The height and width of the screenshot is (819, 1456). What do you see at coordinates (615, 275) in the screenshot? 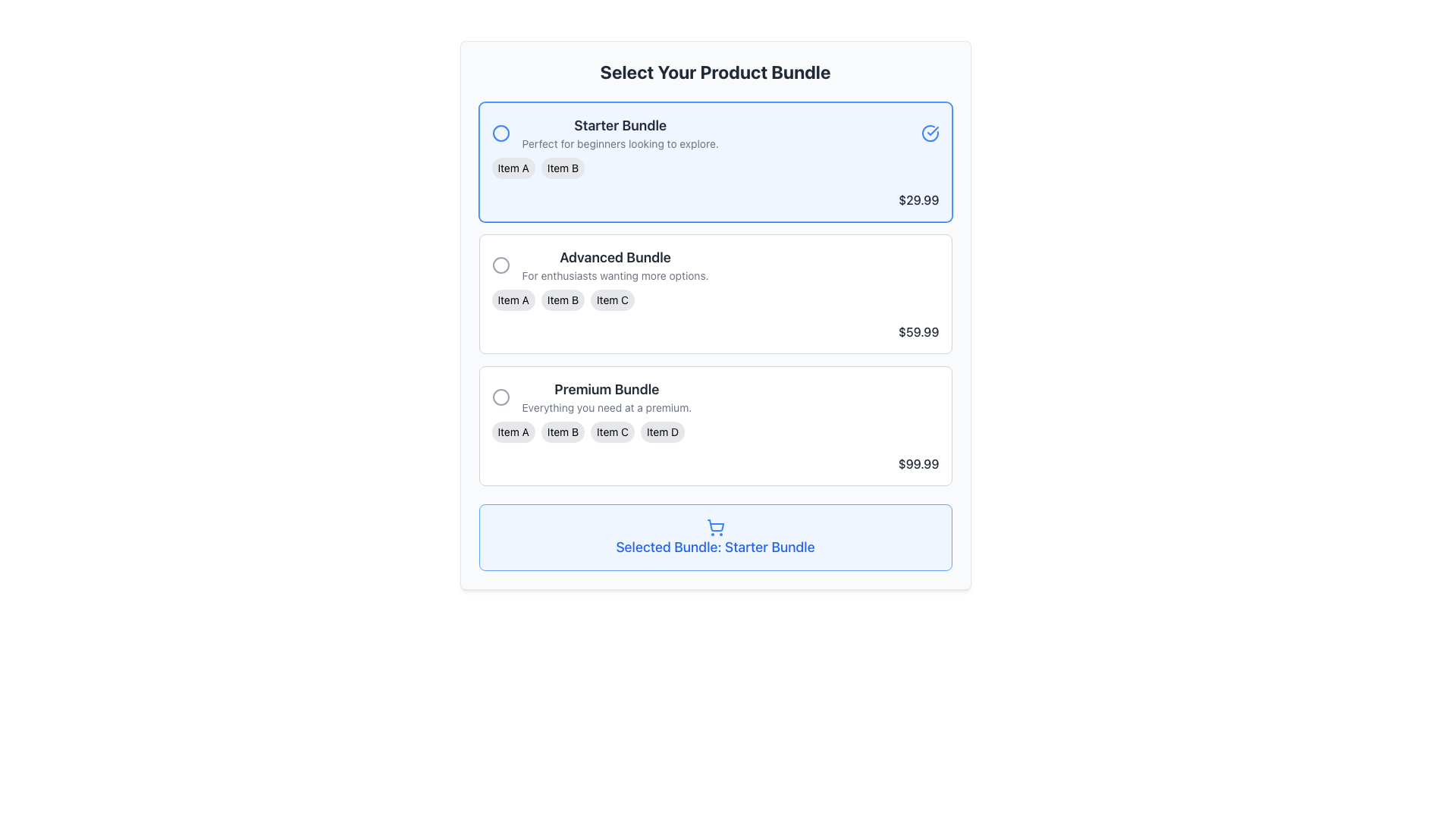
I see `the descriptive text label located below the 'Advanced Bundle' label within the 'Advanced Bundle' card, which serves as a tagline for the bundle` at bounding box center [615, 275].